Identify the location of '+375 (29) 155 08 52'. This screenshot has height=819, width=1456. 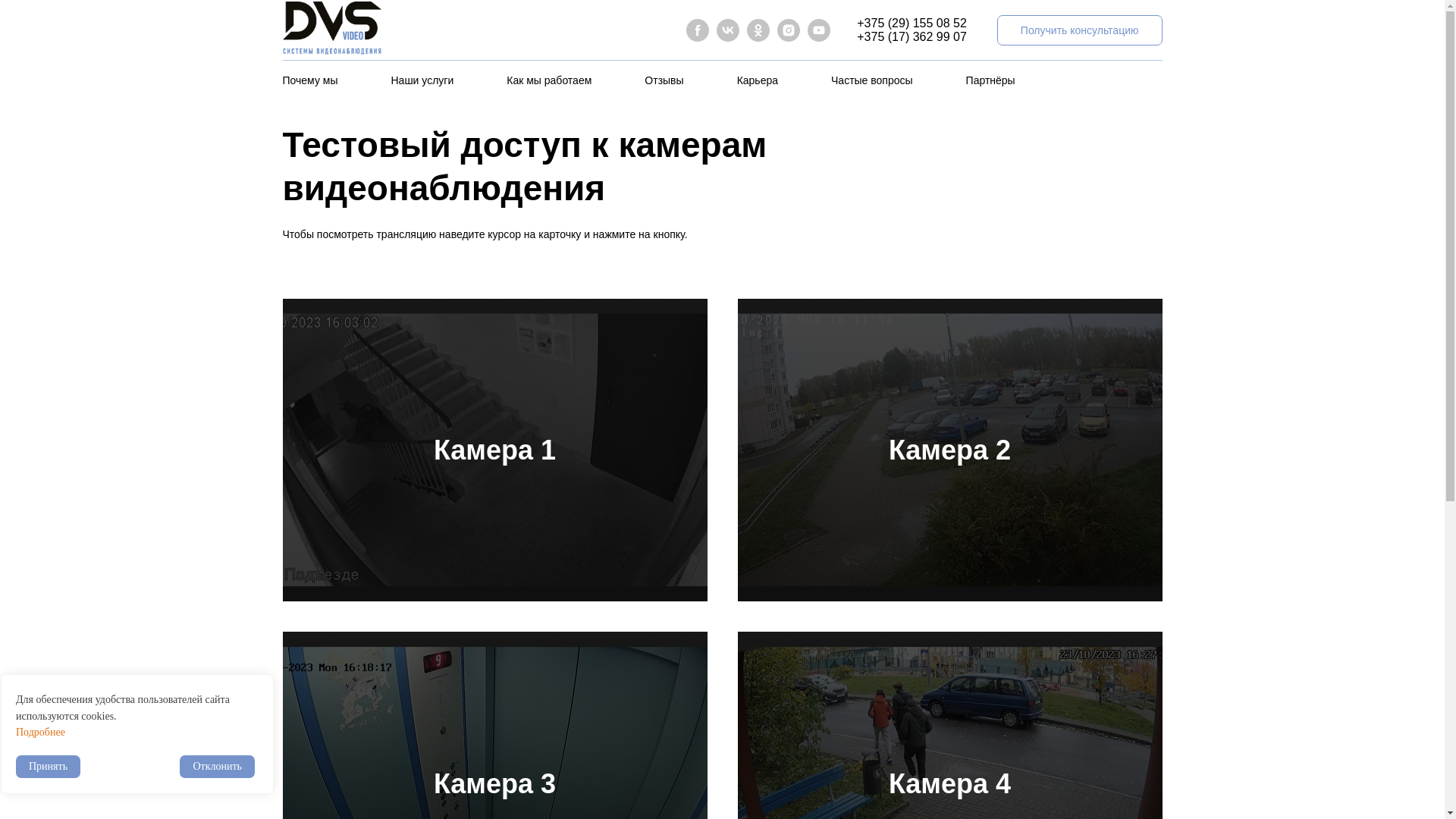
(856, 23).